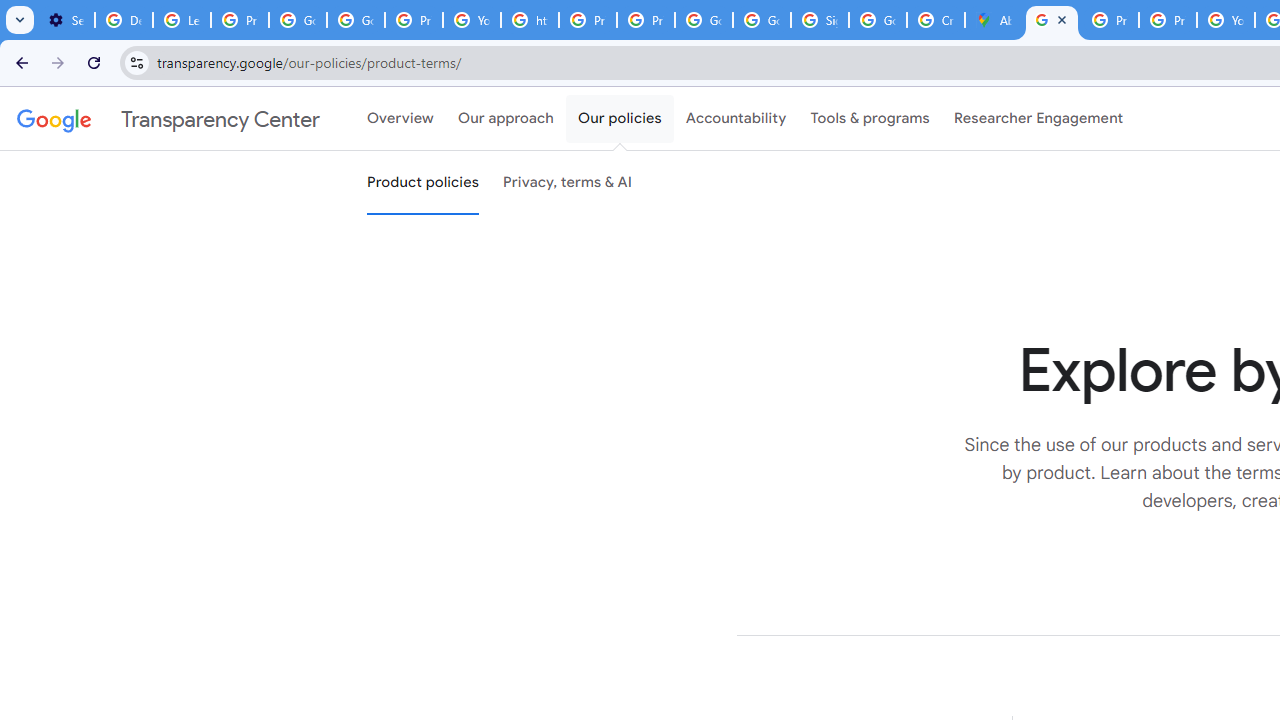  Describe the element at coordinates (168, 119) in the screenshot. I see `'Transparency Center'` at that location.